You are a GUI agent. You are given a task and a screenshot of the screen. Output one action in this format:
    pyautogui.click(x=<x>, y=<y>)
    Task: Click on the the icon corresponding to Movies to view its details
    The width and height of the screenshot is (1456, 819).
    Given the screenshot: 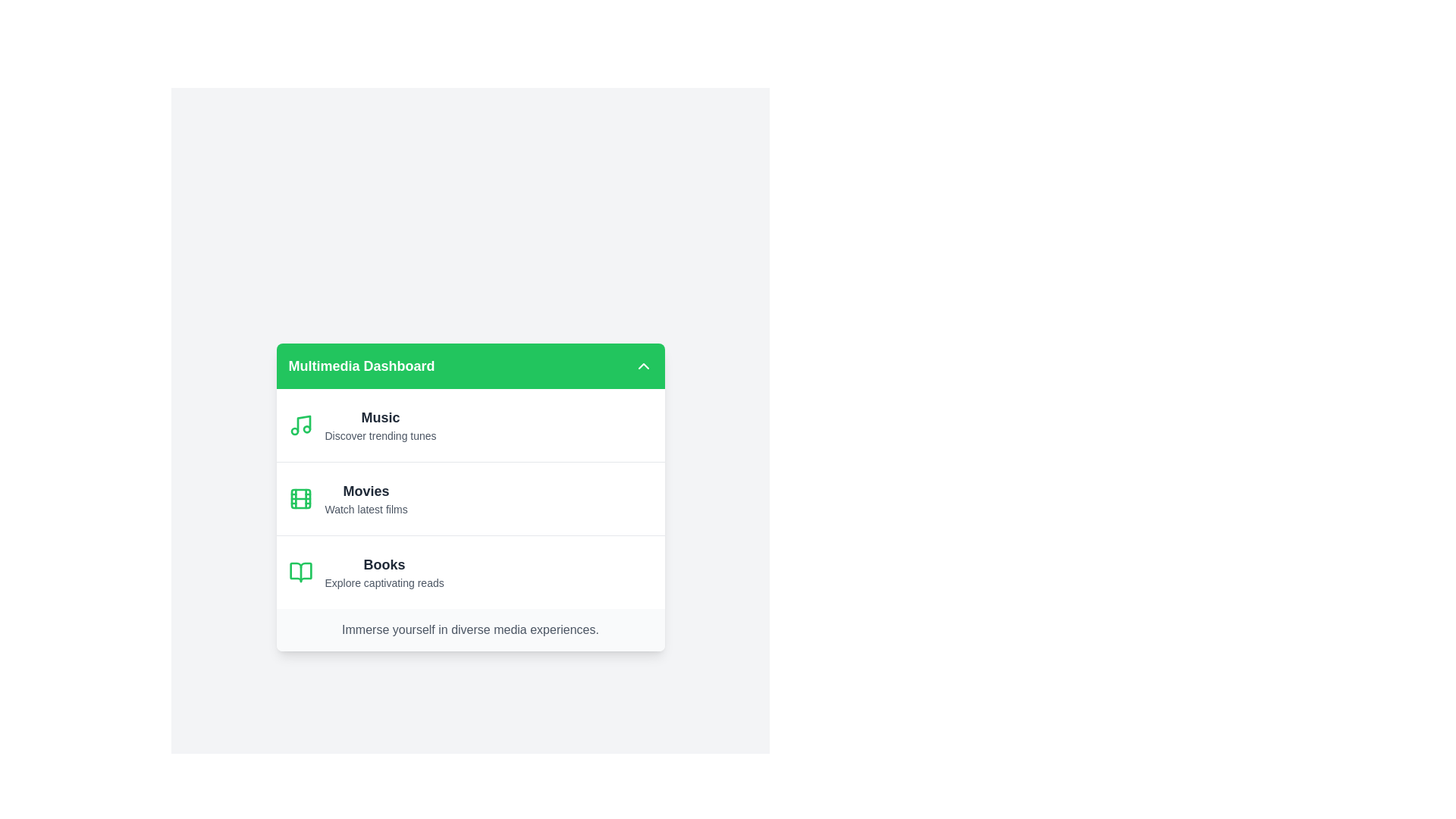 What is the action you would take?
    pyautogui.click(x=300, y=499)
    